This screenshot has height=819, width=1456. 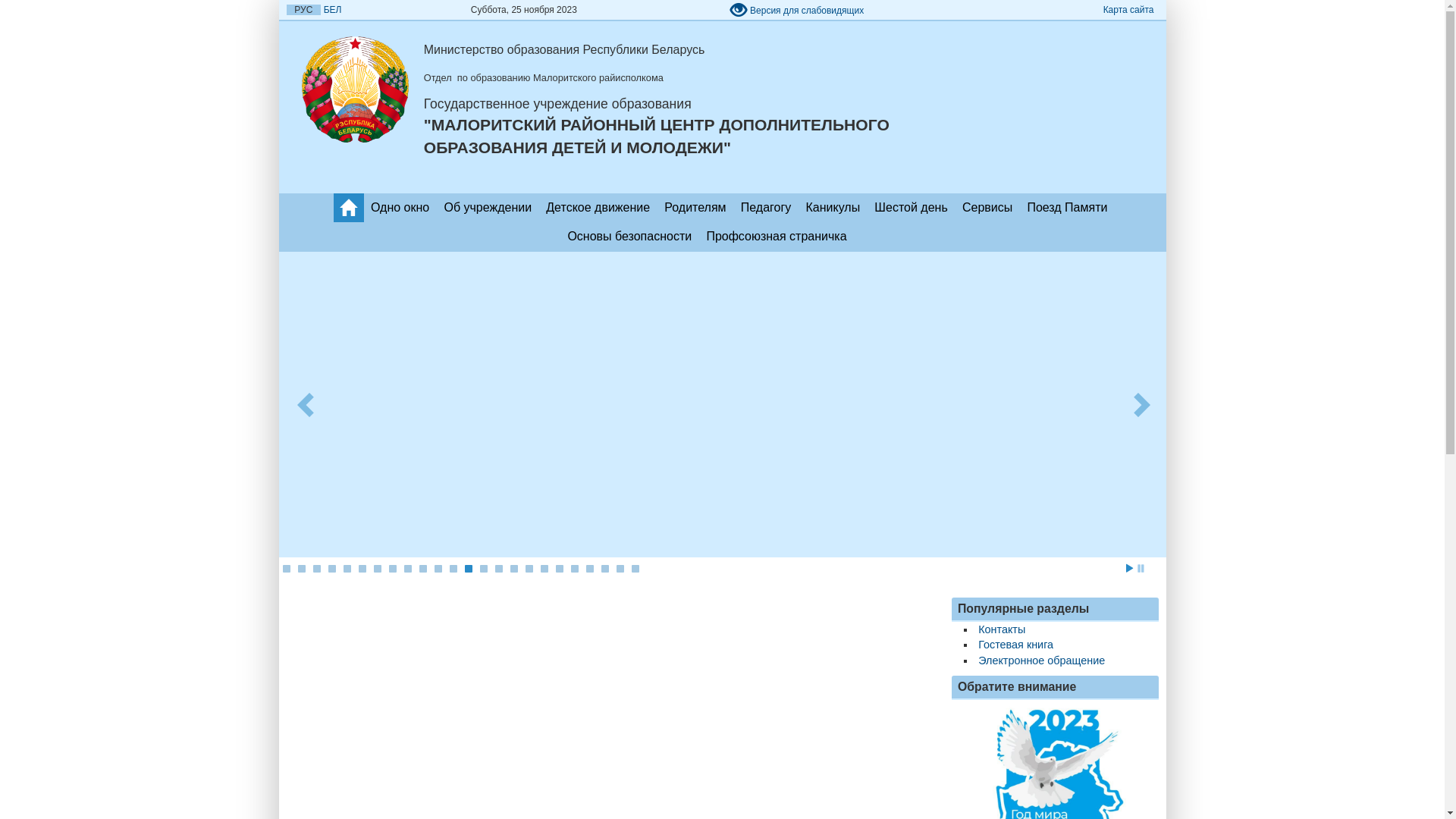 What do you see at coordinates (573, 568) in the screenshot?
I see `'20'` at bounding box center [573, 568].